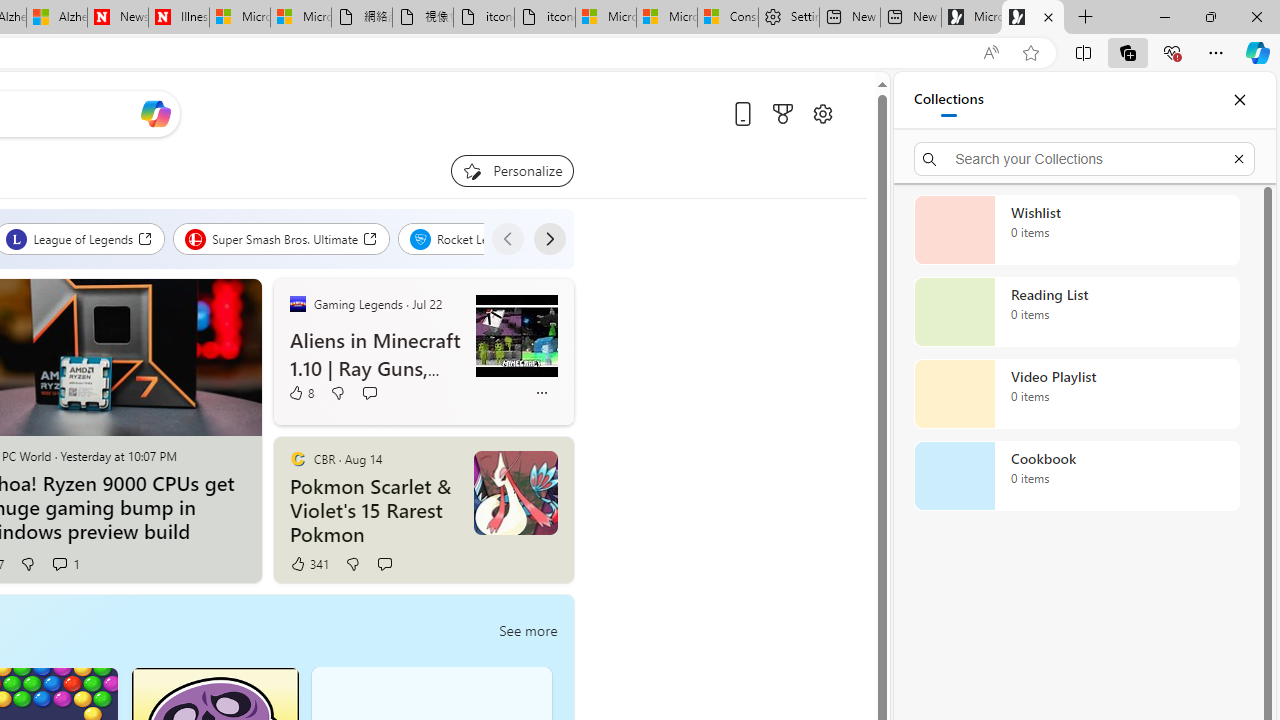 The width and height of the screenshot is (1280, 720). Describe the element at coordinates (117, 17) in the screenshot. I see `'Newsweek - News, Analysis, Politics, Business, Technology'` at that location.